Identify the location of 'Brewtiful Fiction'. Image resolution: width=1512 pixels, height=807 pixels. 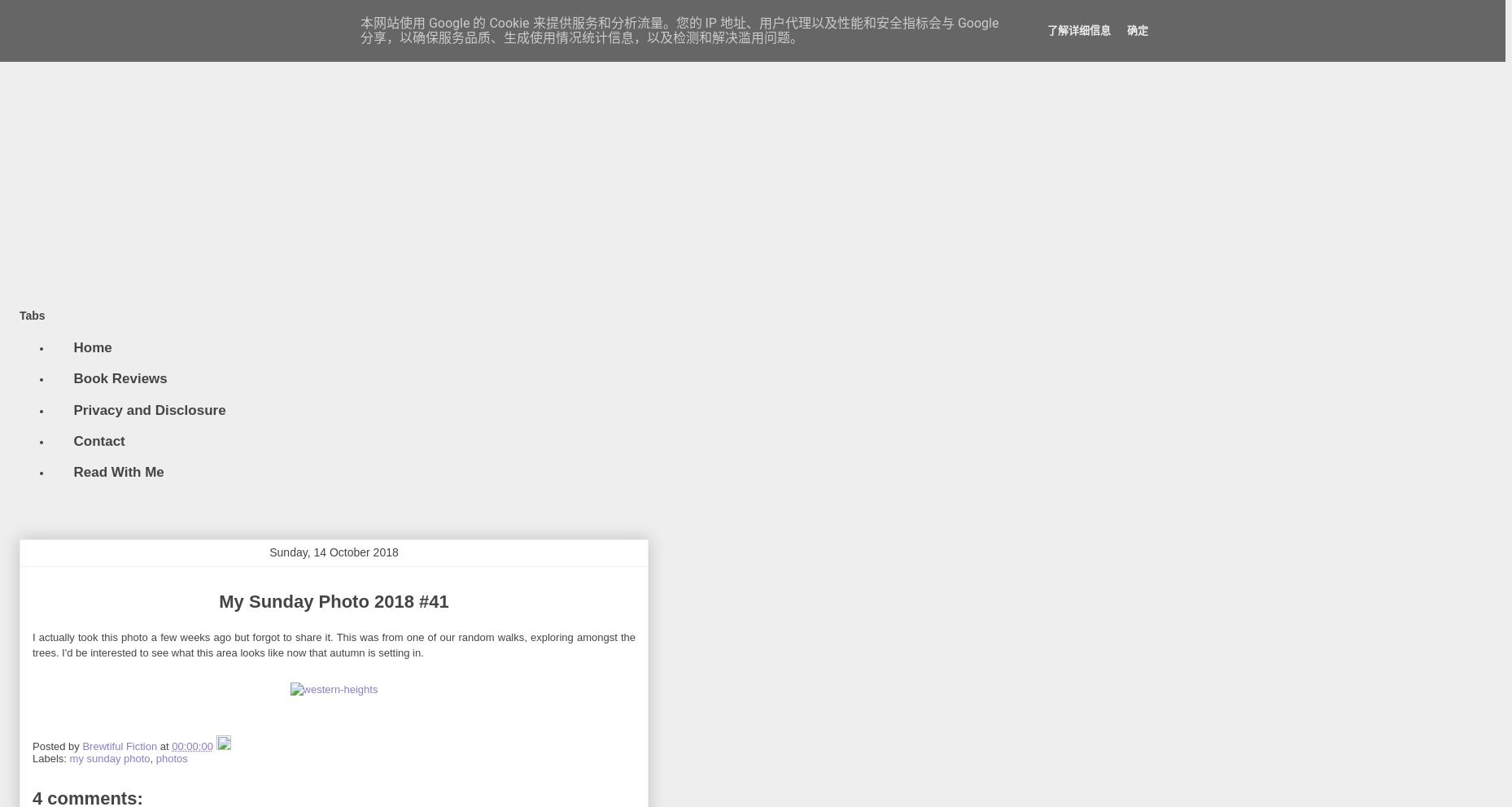
(82, 744).